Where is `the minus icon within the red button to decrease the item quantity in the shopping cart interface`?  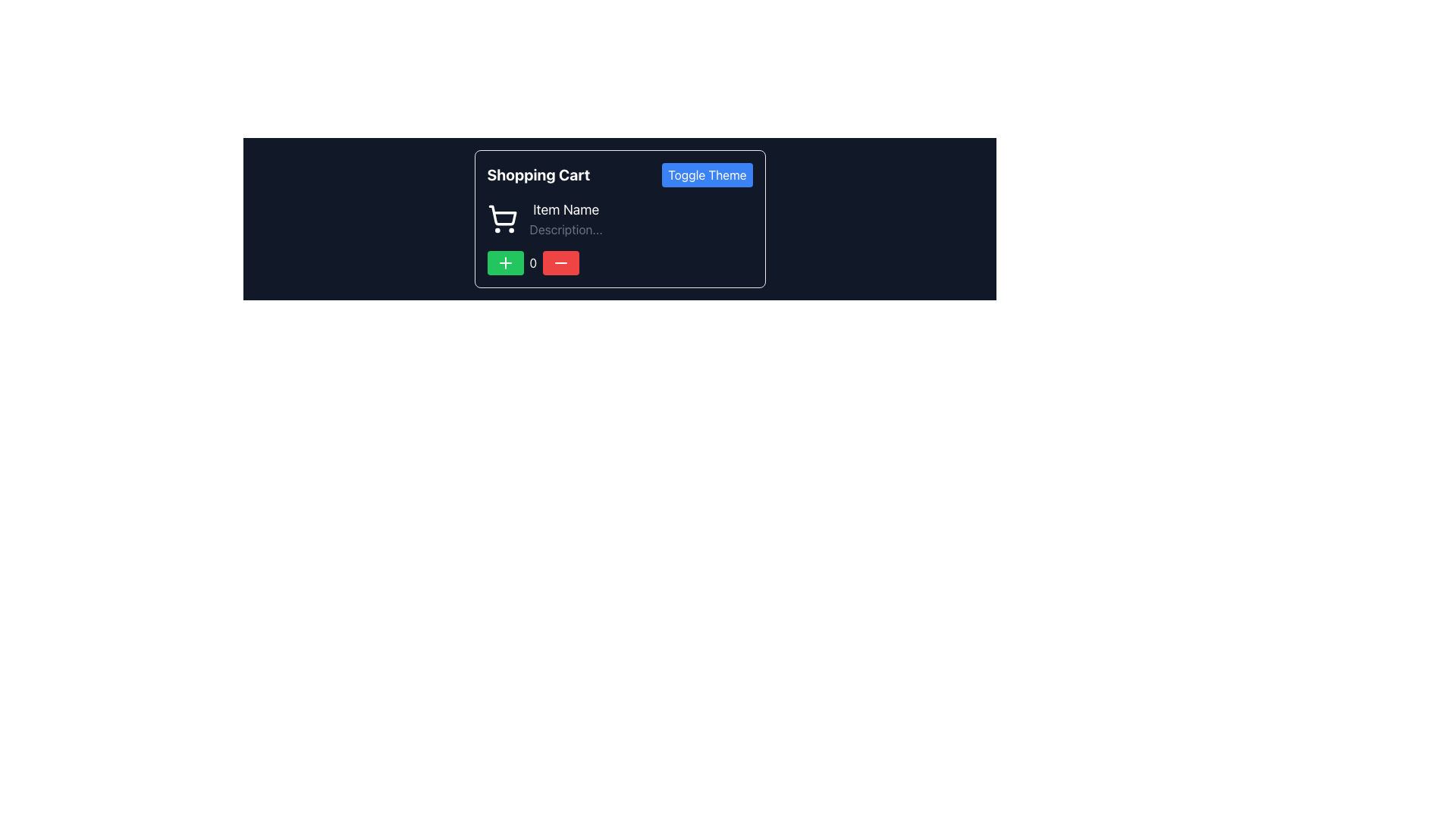
the minus icon within the red button to decrease the item quantity in the shopping cart interface is located at coordinates (560, 262).